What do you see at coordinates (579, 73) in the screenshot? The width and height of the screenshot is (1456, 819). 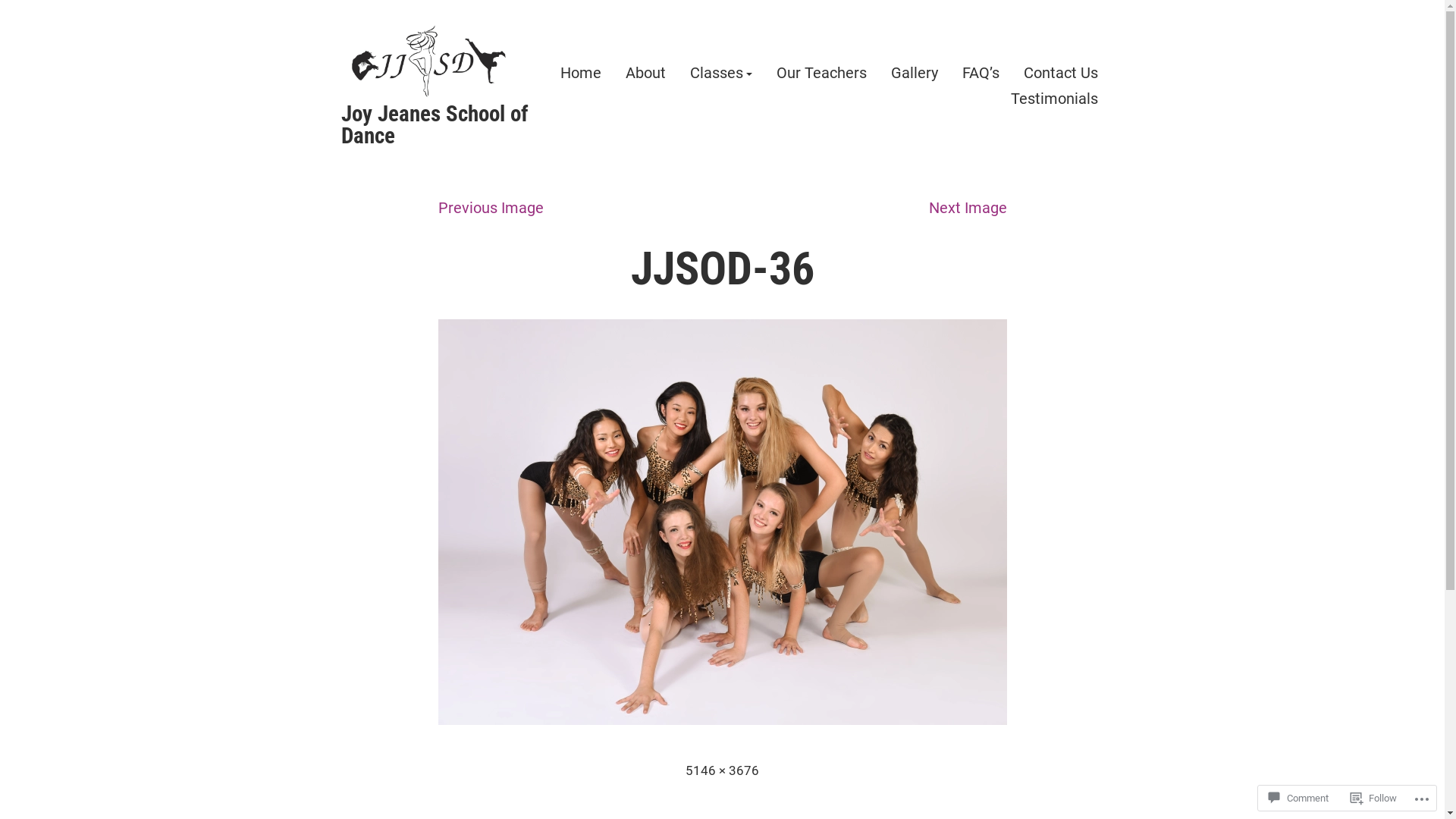 I see `'Home'` at bounding box center [579, 73].